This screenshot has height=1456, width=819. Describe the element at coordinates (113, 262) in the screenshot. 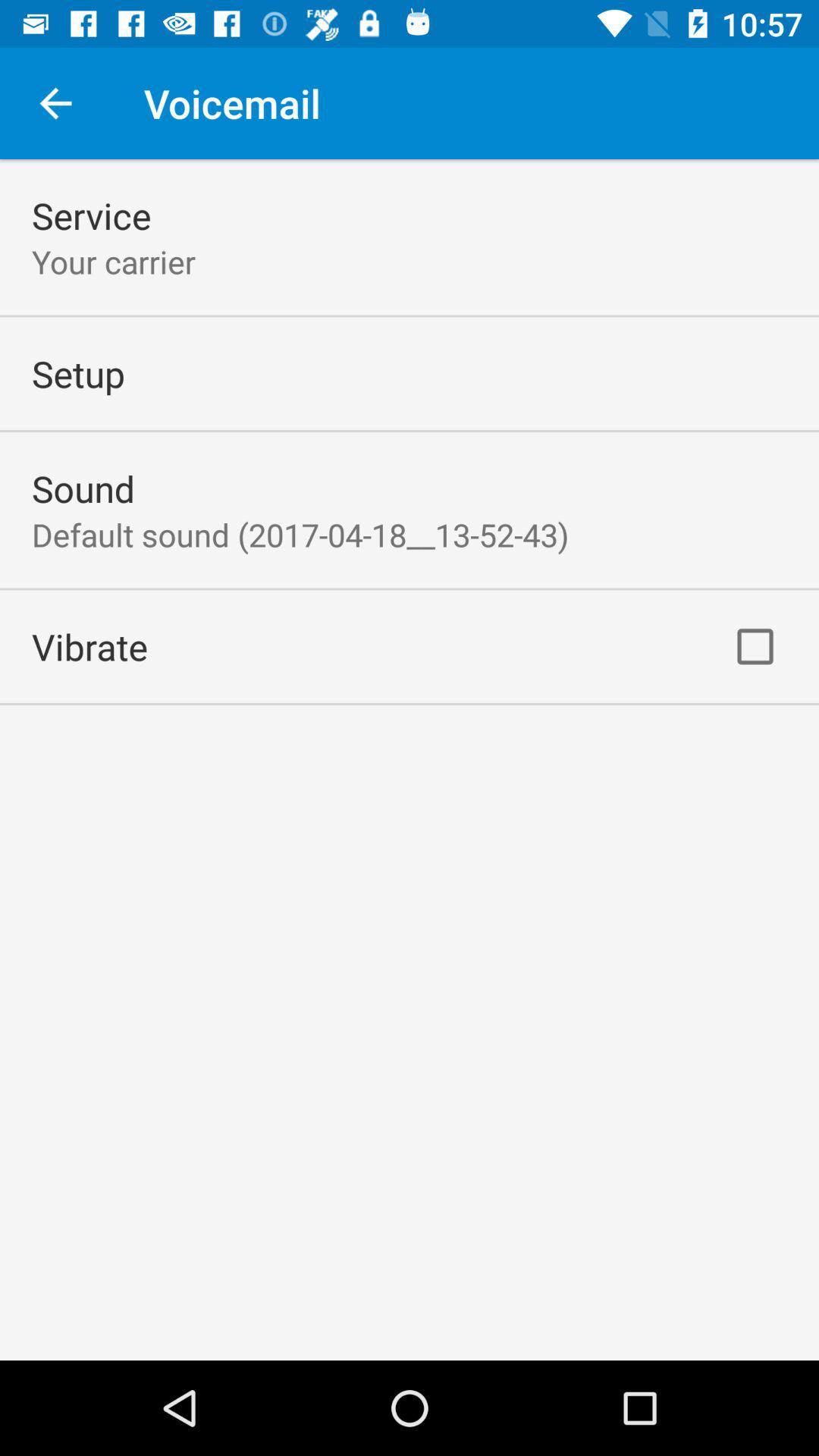

I see `your carrier icon` at that location.